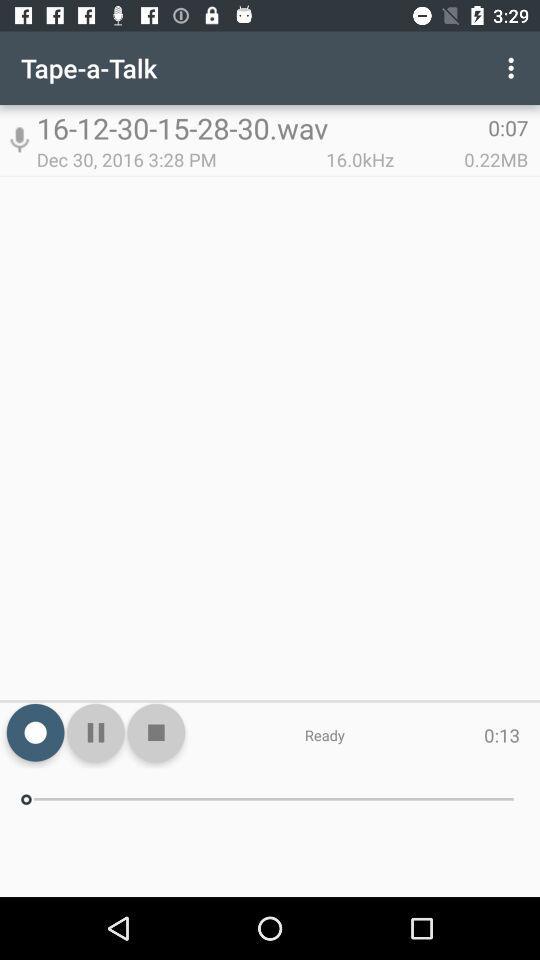  I want to click on item next to 16 12 30 item, so click(18, 139).